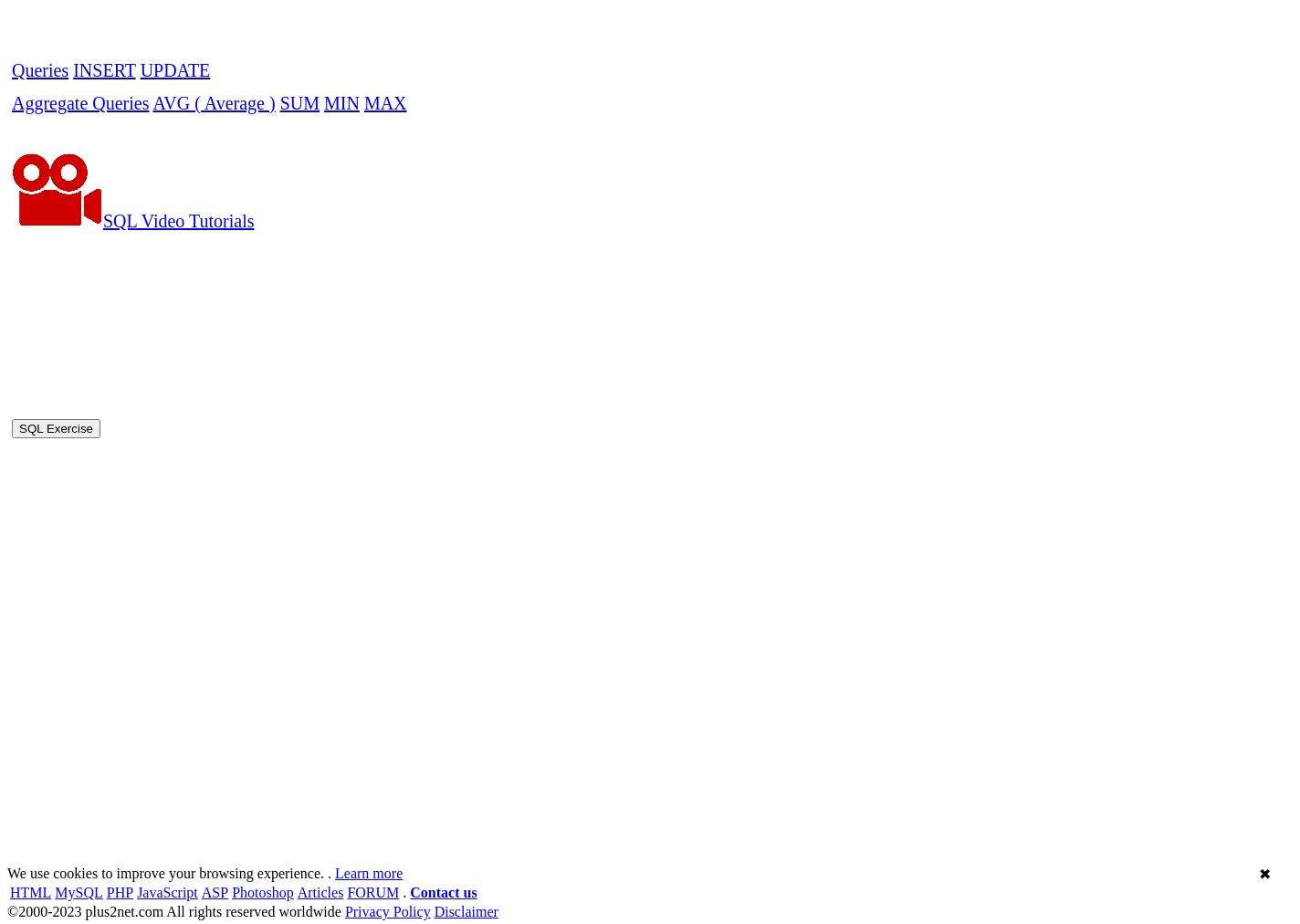  I want to click on 'Articles', so click(319, 381).